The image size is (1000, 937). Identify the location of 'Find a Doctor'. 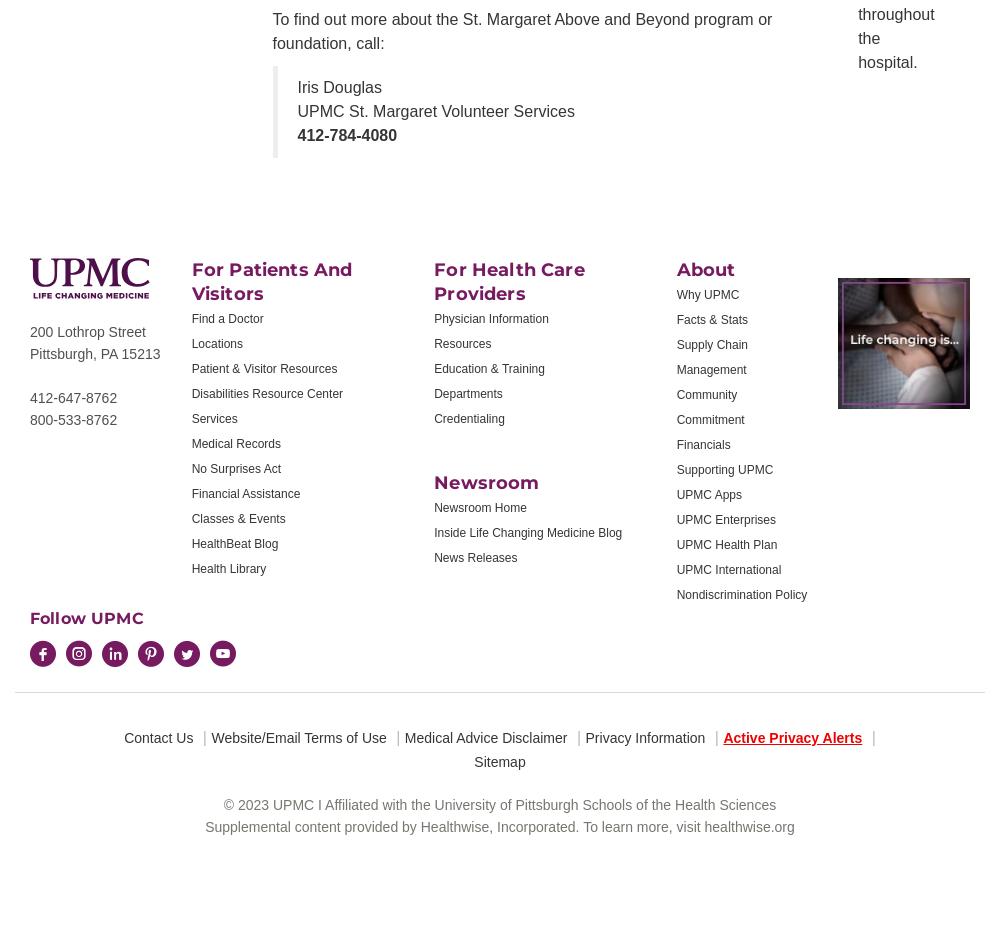
(226, 317).